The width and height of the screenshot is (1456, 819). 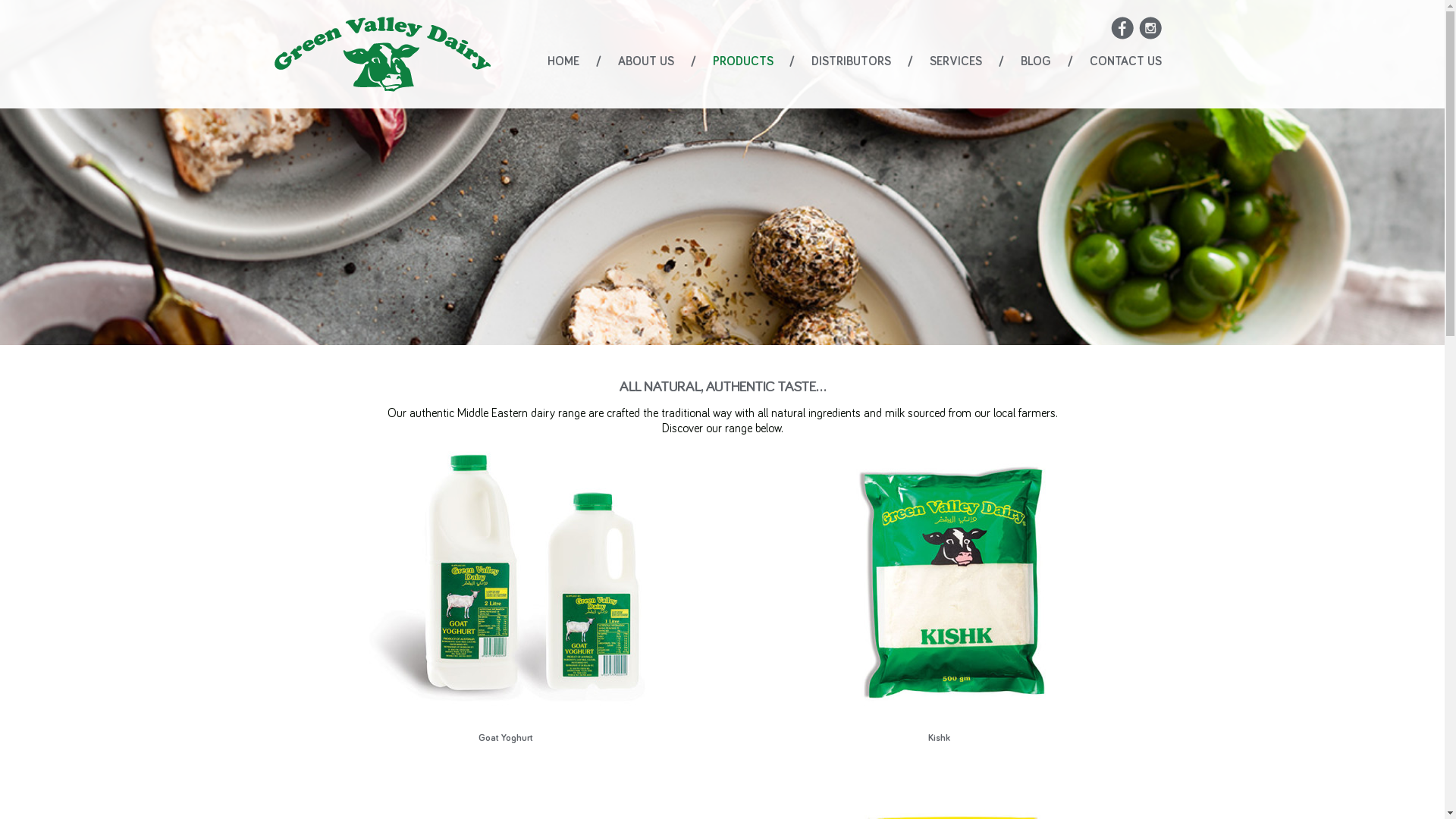 I want to click on 'Goat Yoghurt', so click(x=505, y=593).